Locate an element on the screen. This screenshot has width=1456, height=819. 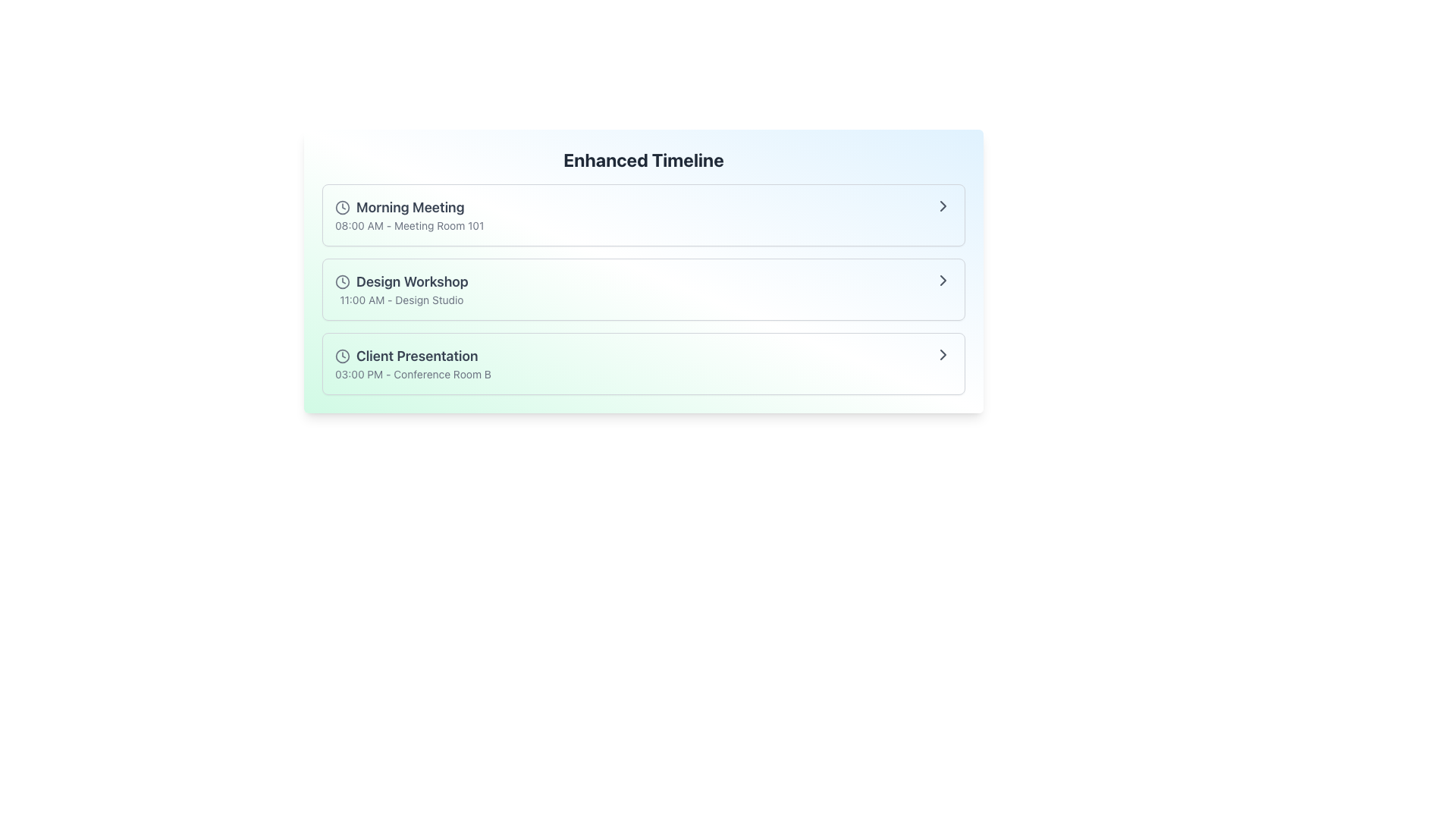
the right-pointing chevron arrow icon located at the end of the 'Morning Meeting' entry in the timeline is located at coordinates (942, 206).